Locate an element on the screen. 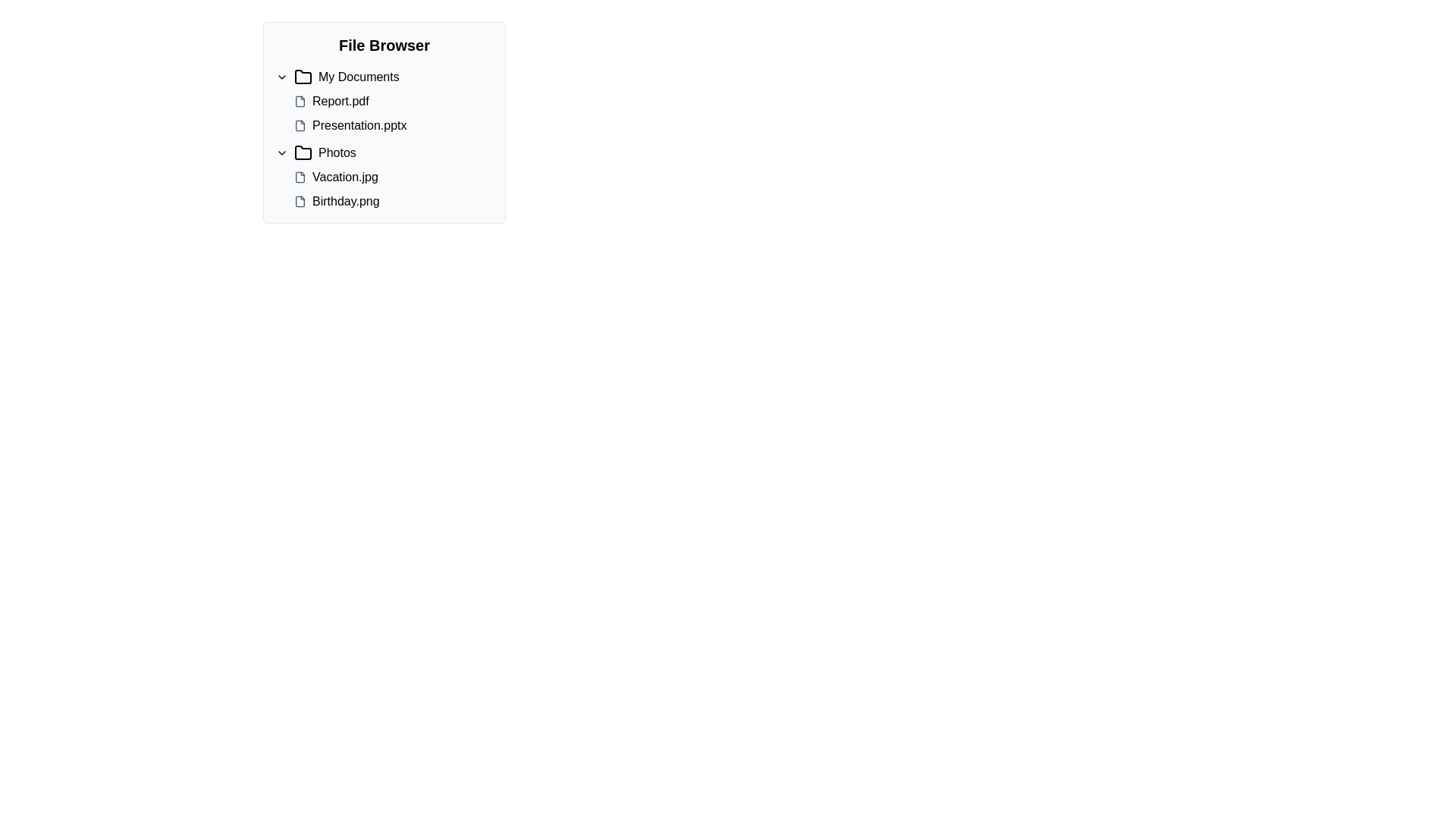  the 'Photos' text label element located next to the folder icon in the second collapsible section of the file browser interface is located at coordinates (336, 152).